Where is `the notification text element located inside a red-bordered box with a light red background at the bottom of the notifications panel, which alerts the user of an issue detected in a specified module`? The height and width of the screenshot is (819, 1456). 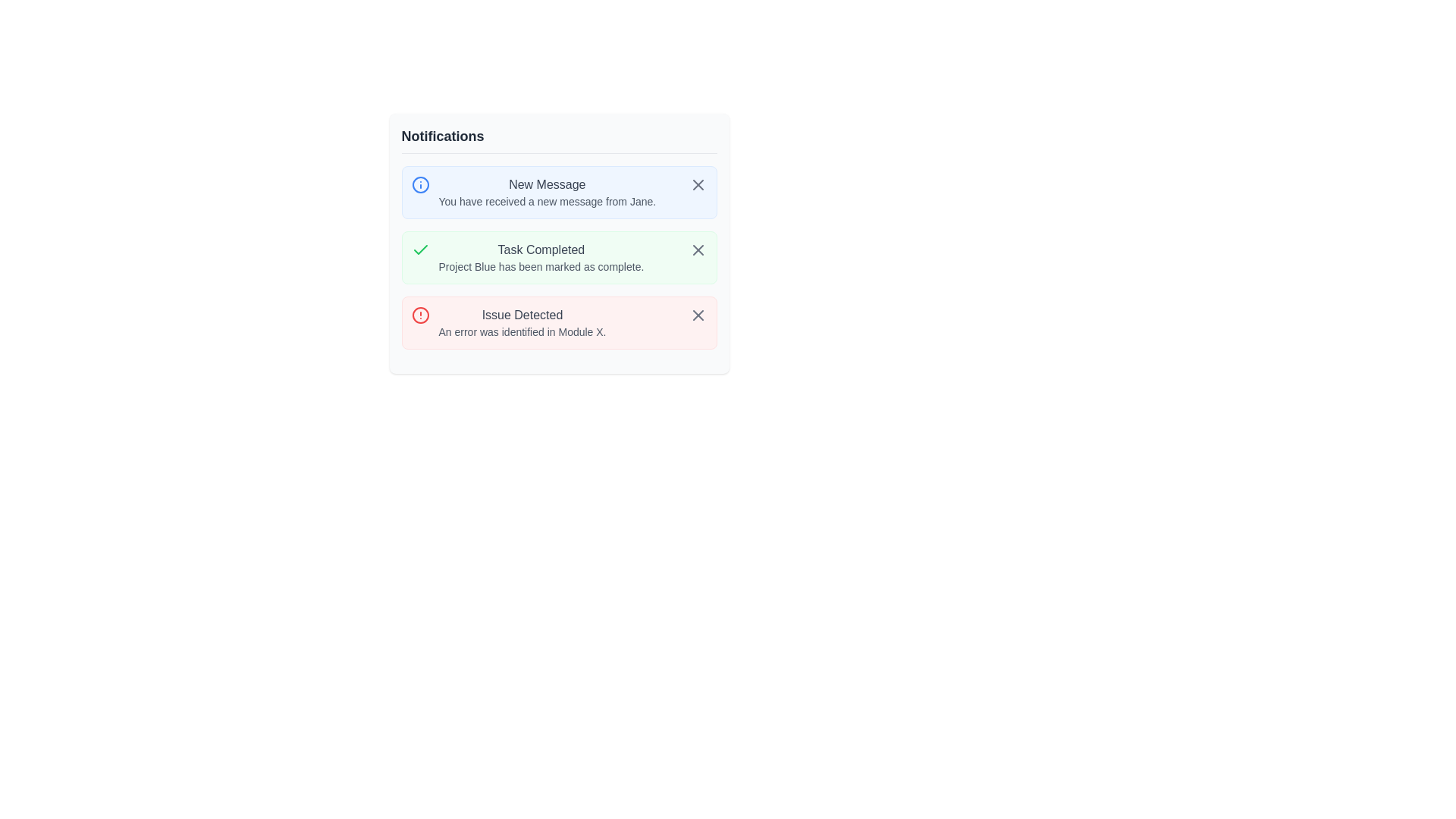 the notification text element located inside a red-bordered box with a light red background at the bottom of the notifications panel, which alerts the user of an issue detected in a specified module is located at coordinates (522, 322).